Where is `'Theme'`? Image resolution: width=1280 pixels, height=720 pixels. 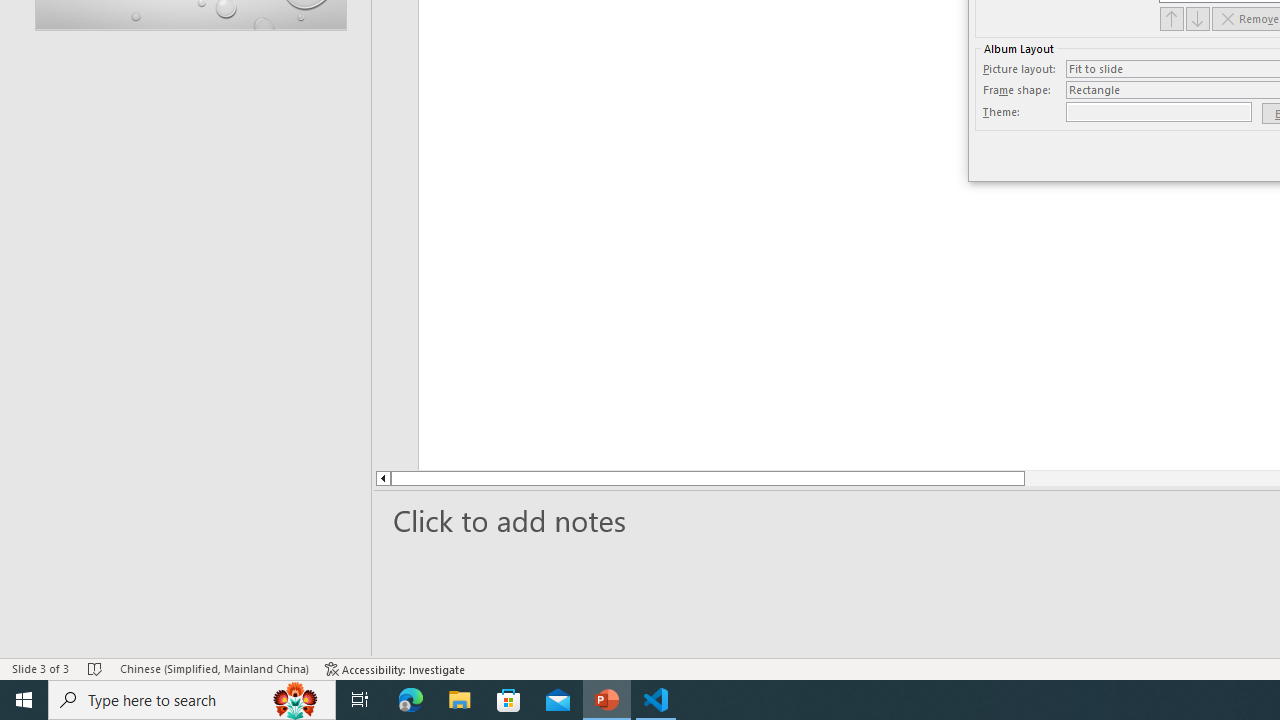 'Theme' is located at coordinates (1159, 111).